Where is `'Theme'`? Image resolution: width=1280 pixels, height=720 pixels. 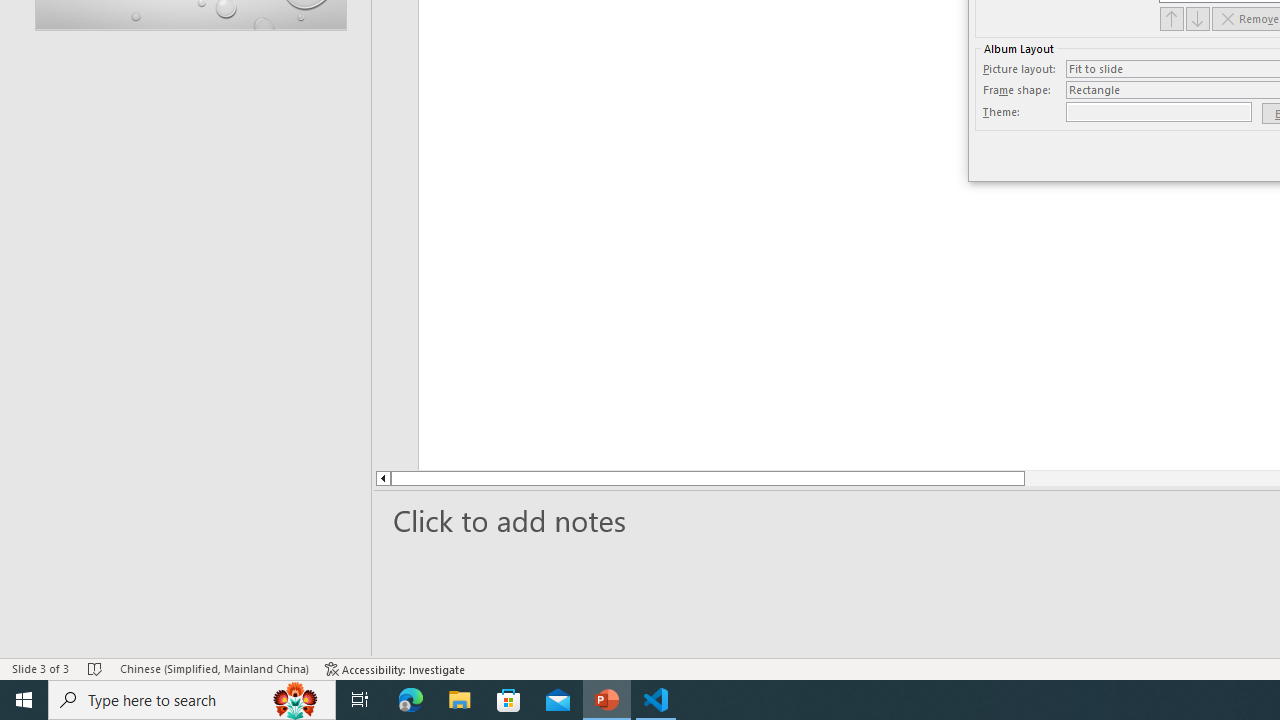 'Theme' is located at coordinates (1159, 111).